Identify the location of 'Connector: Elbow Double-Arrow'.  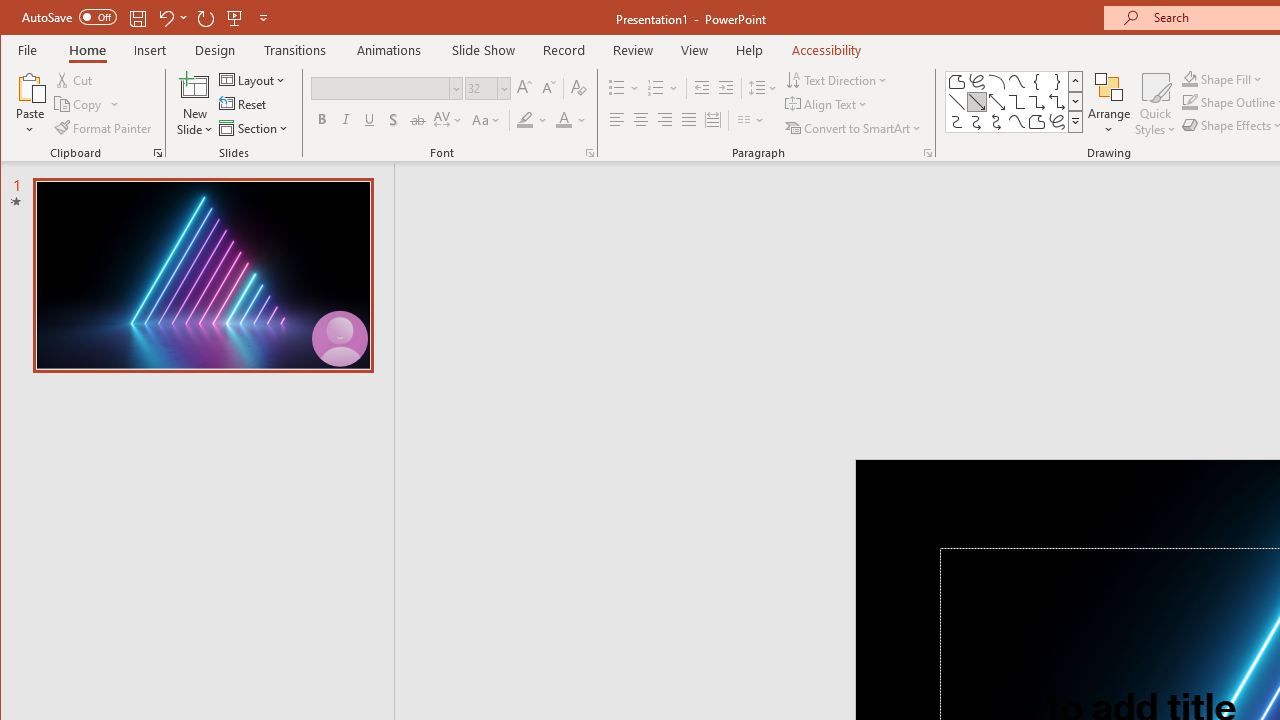
(1056, 102).